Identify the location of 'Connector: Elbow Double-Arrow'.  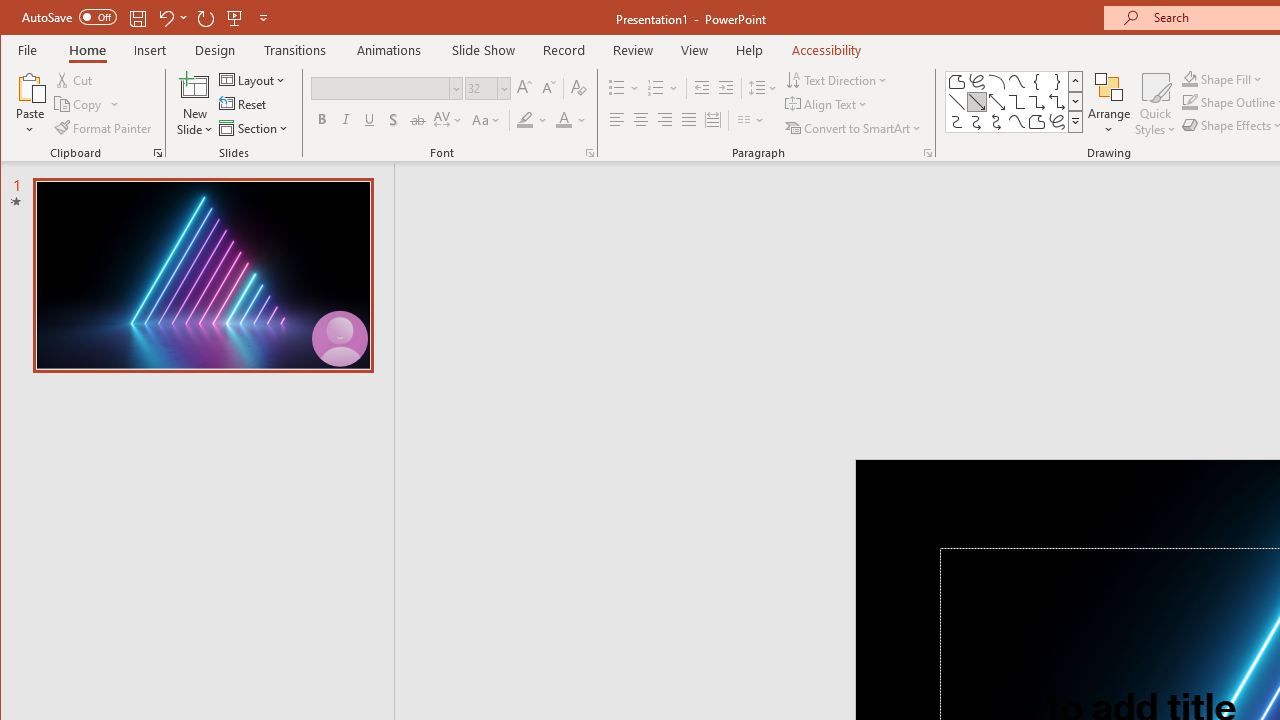
(1056, 102).